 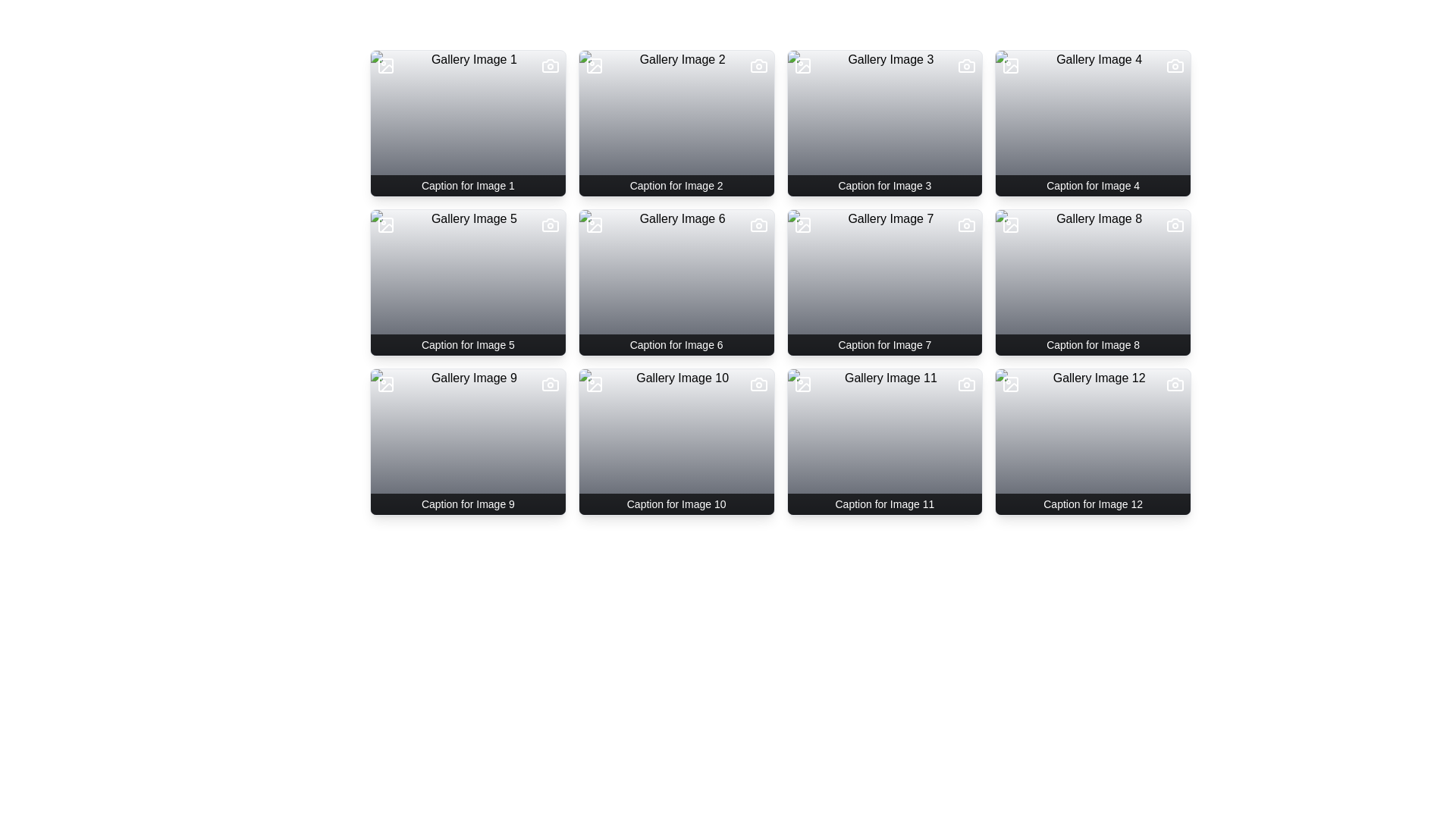 I want to click on the text label displaying 'Caption for Image 11', which is a rectangular black box with a semi-transparent background located at the bottom of the eleventh image in the gallery grid, so click(x=884, y=504).